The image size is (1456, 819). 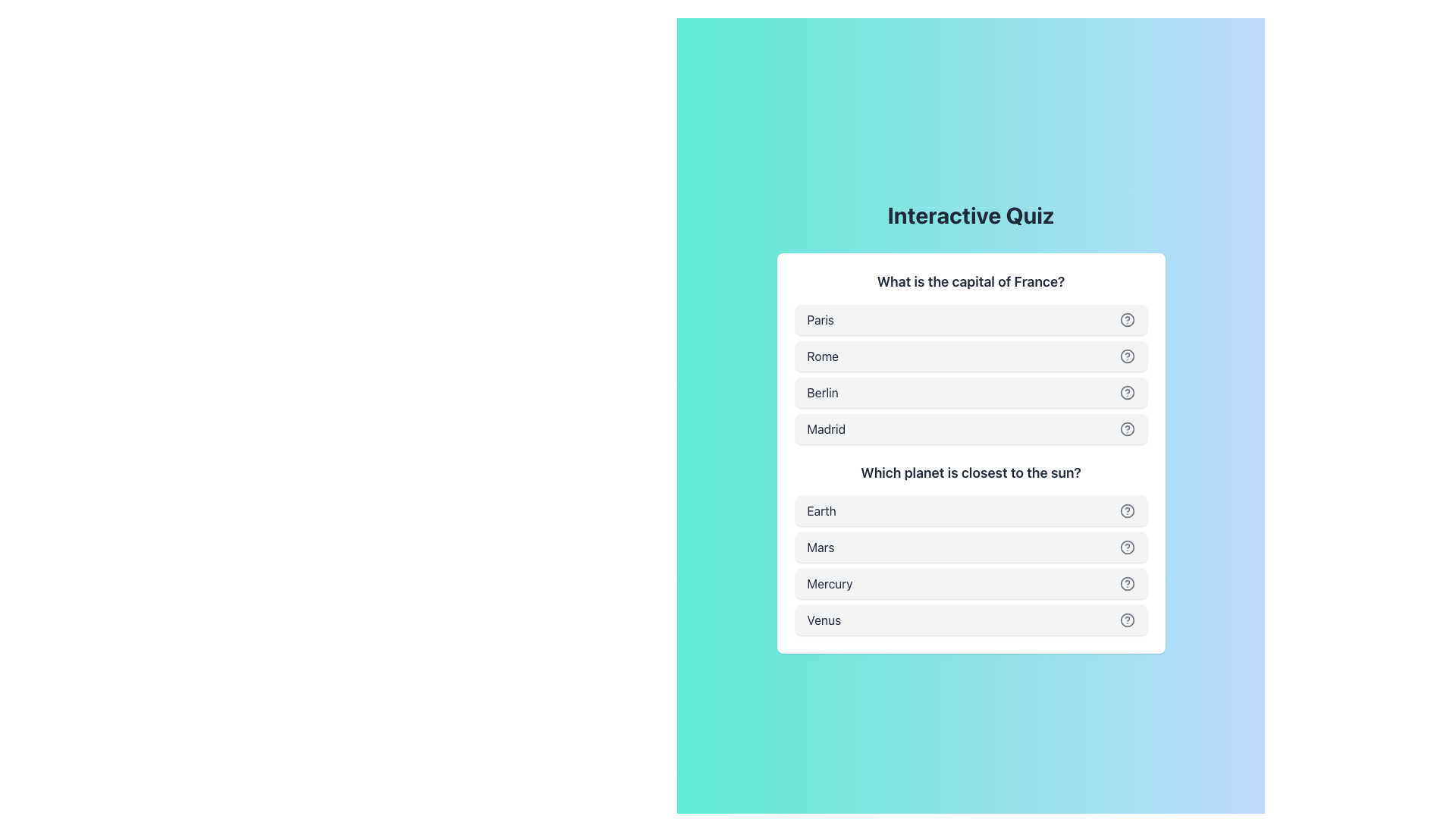 What do you see at coordinates (1127, 318) in the screenshot?
I see `the decorative circle icon located to the far right of the 'Paris' answer option block in the quiz interface` at bounding box center [1127, 318].